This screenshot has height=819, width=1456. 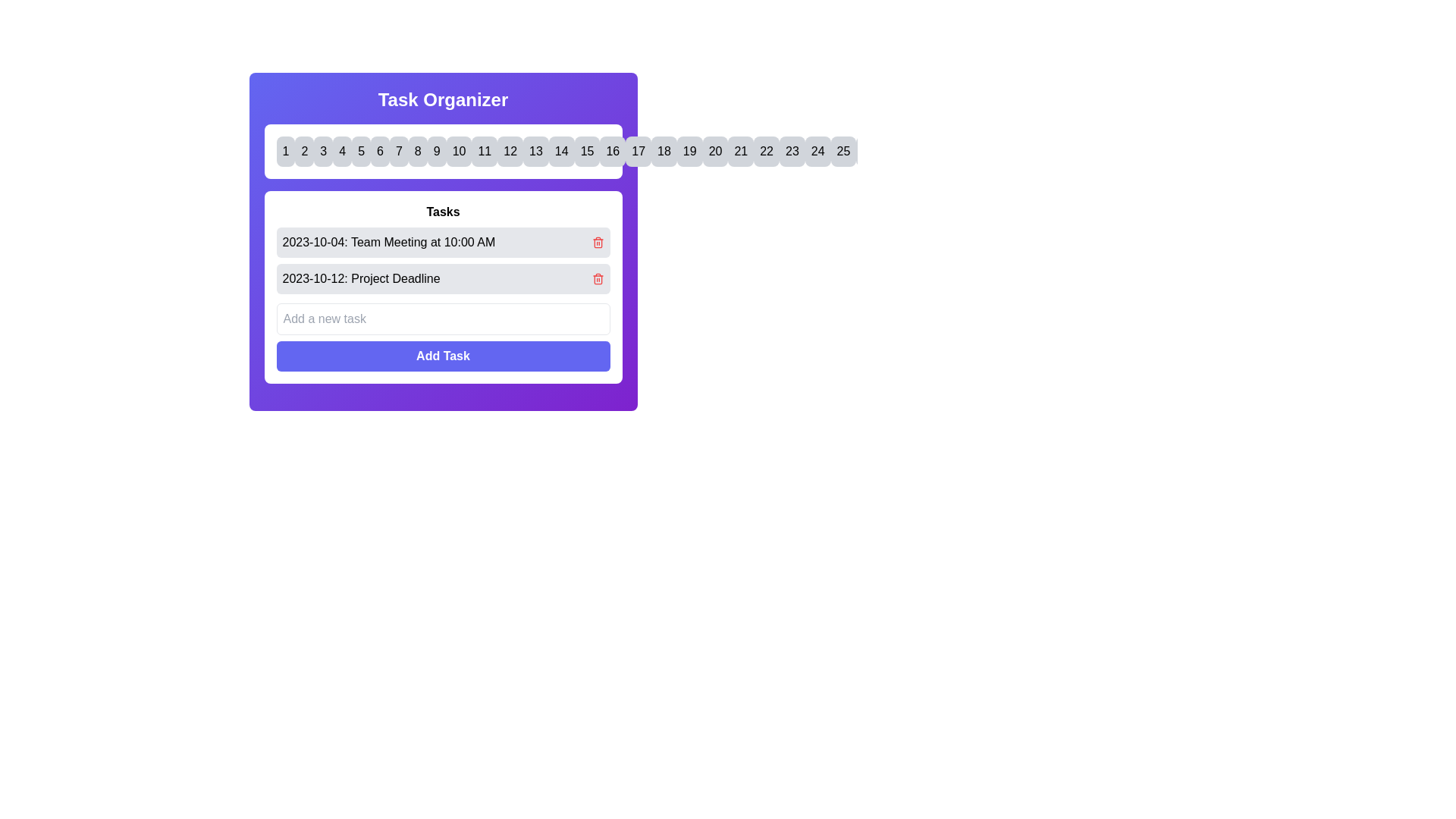 What do you see at coordinates (689, 152) in the screenshot?
I see `the small rectangular button with rounded corners, styled with a light gray background and featuring the black number '19' centered within it, located near the top of the Task Organizer interface` at bounding box center [689, 152].